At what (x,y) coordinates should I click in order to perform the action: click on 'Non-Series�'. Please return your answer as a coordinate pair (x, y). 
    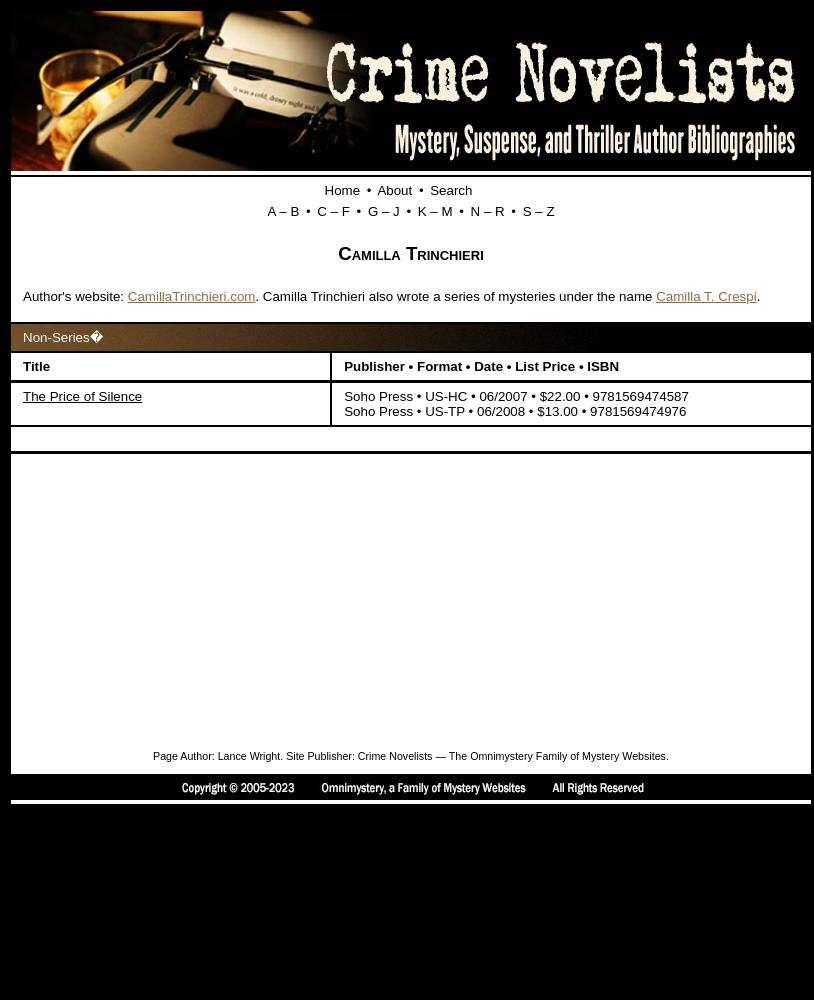
    Looking at the image, I should click on (61, 336).